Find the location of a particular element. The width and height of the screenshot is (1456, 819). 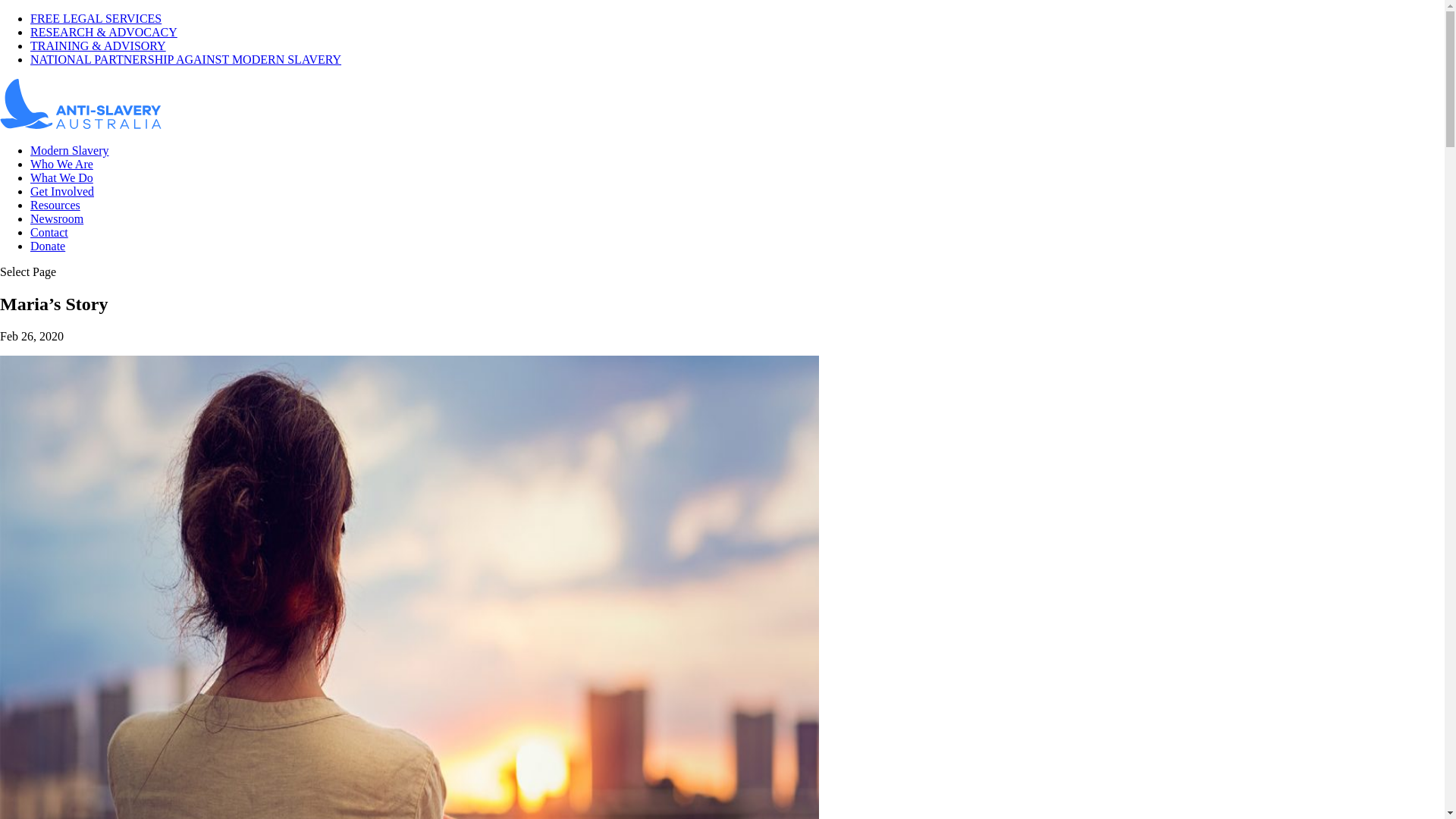

'Contact' is located at coordinates (49, 232).